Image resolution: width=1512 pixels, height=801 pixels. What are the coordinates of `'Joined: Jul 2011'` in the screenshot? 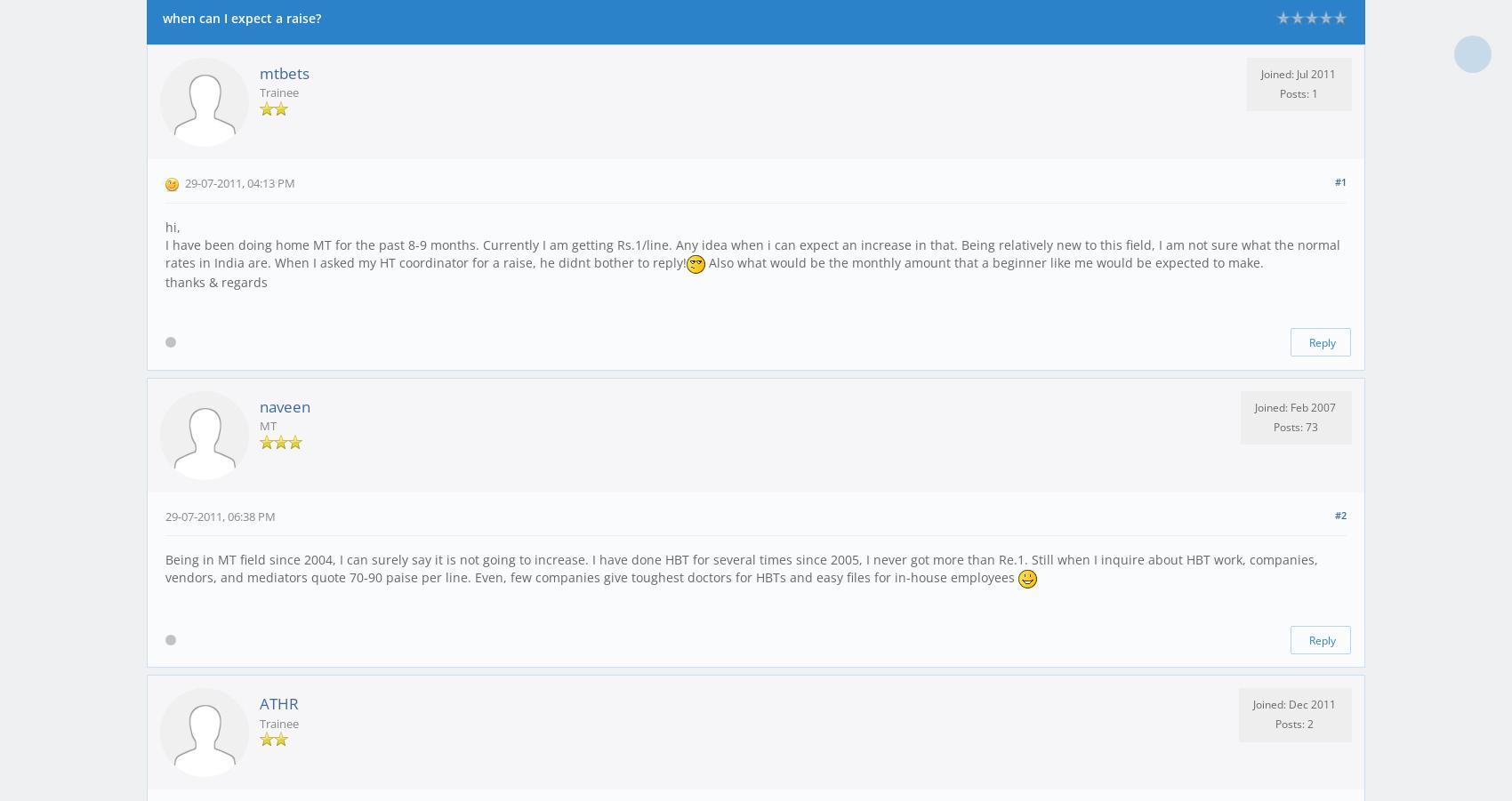 It's located at (1297, 72).